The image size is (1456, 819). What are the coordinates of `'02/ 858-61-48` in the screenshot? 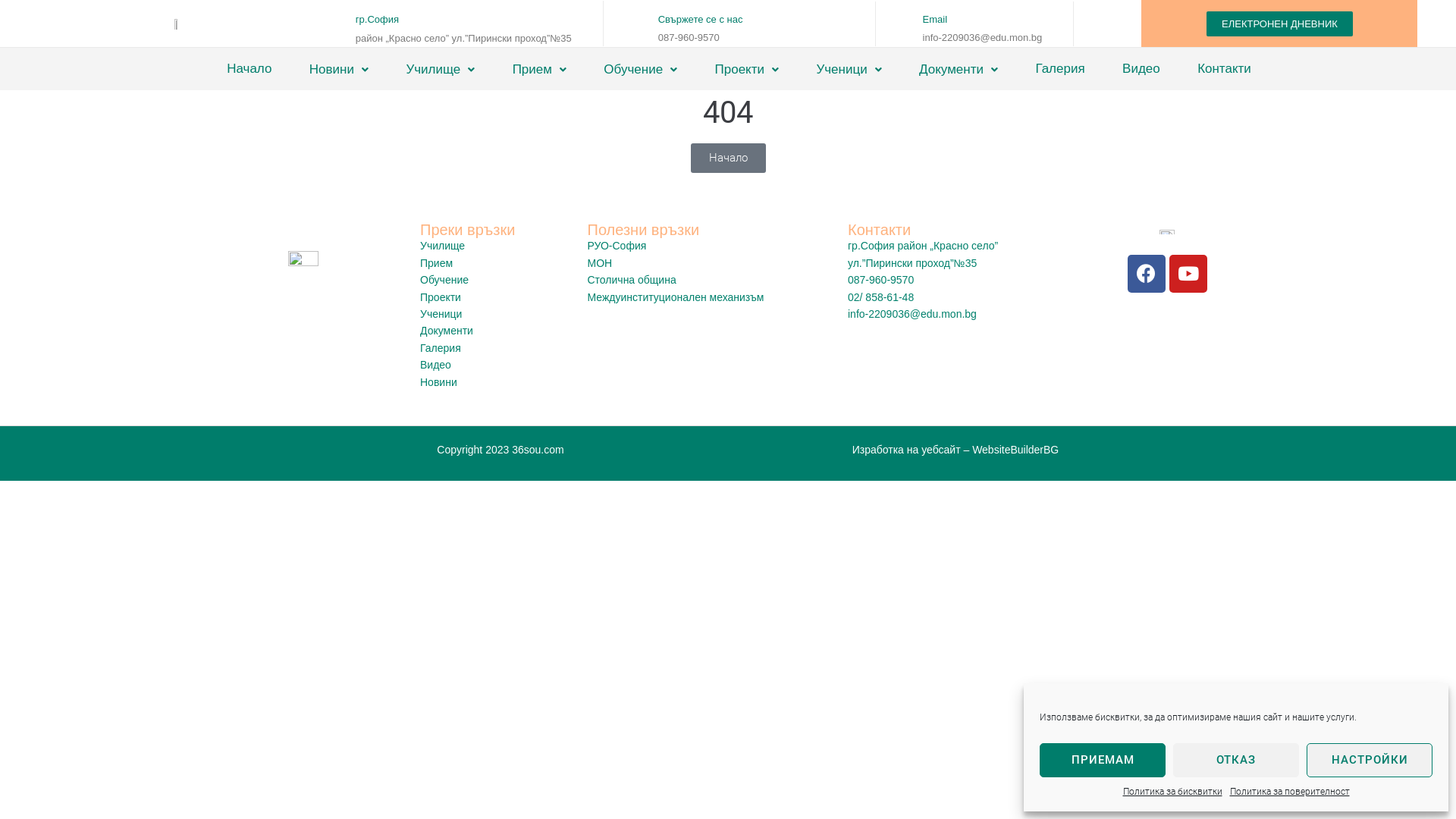 It's located at (952, 306).